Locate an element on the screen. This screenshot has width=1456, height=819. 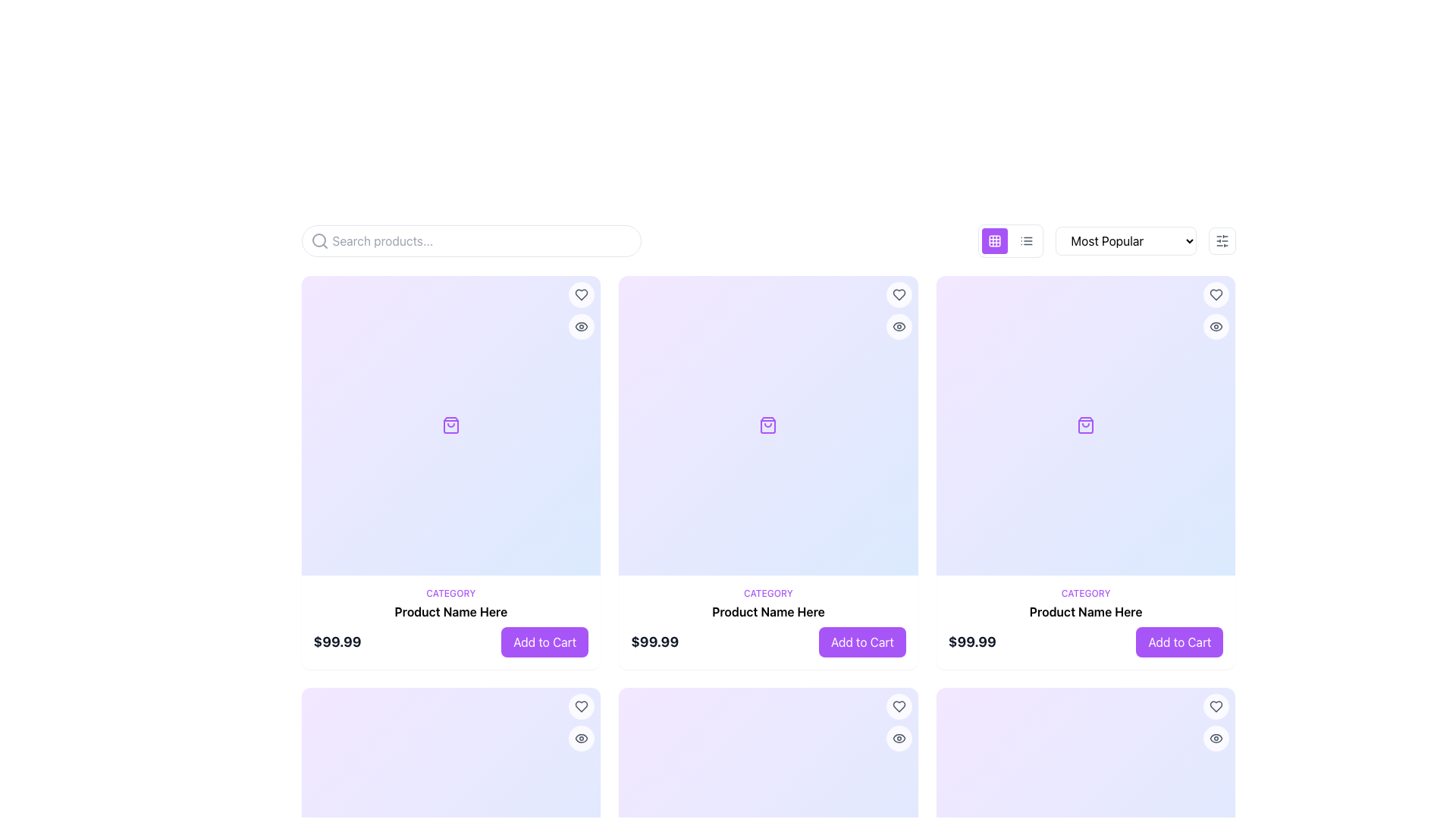
the product name label located in the fourth product card of the grid layout, which helps users identify the item is located at coordinates (1085, 610).